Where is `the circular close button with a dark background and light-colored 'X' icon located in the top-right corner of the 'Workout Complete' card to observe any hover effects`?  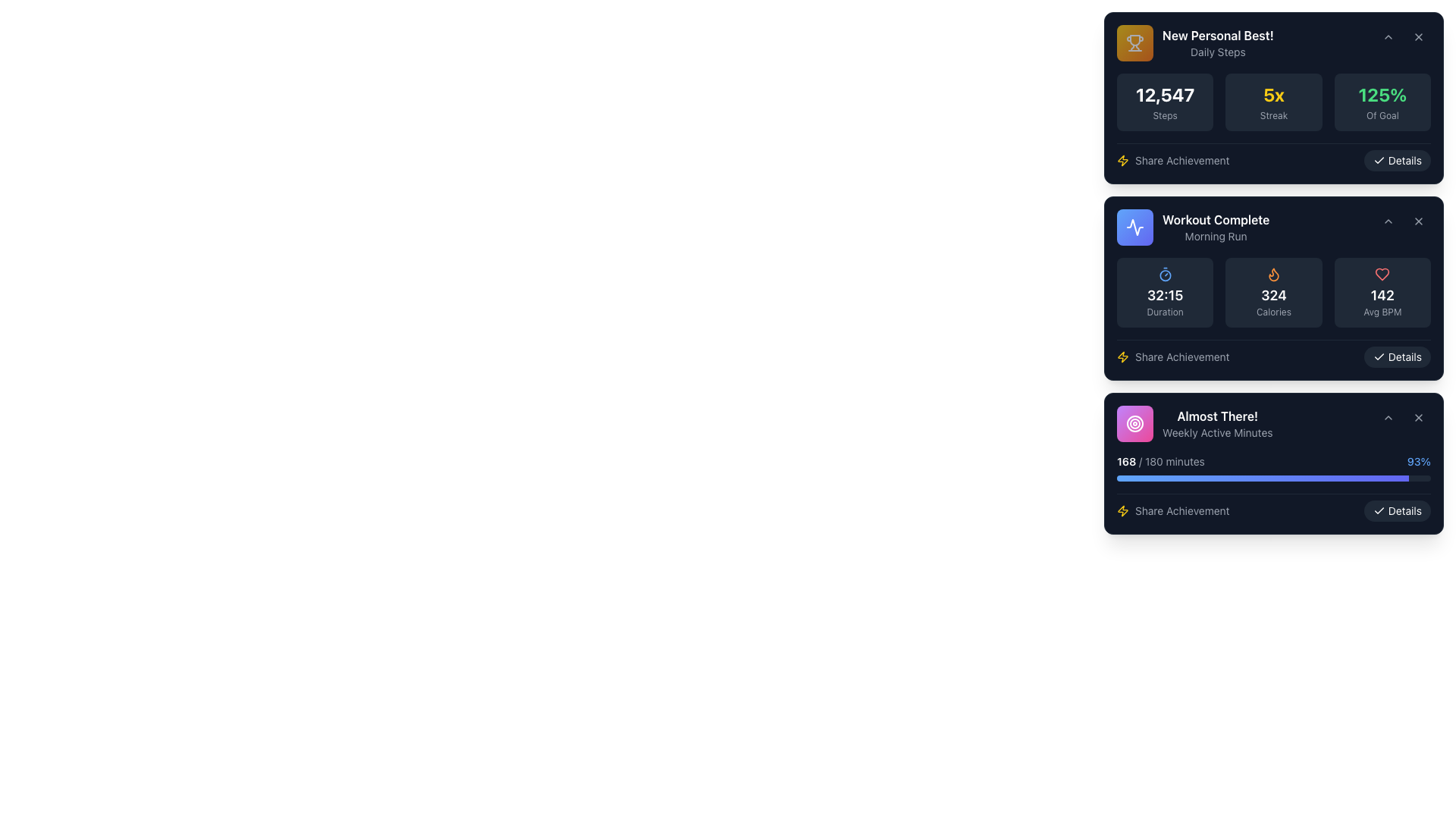 the circular close button with a dark background and light-colored 'X' icon located in the top-right corner of the 'Workout Complete' card to observe any hover effects is located at coordinates (1418, 221).